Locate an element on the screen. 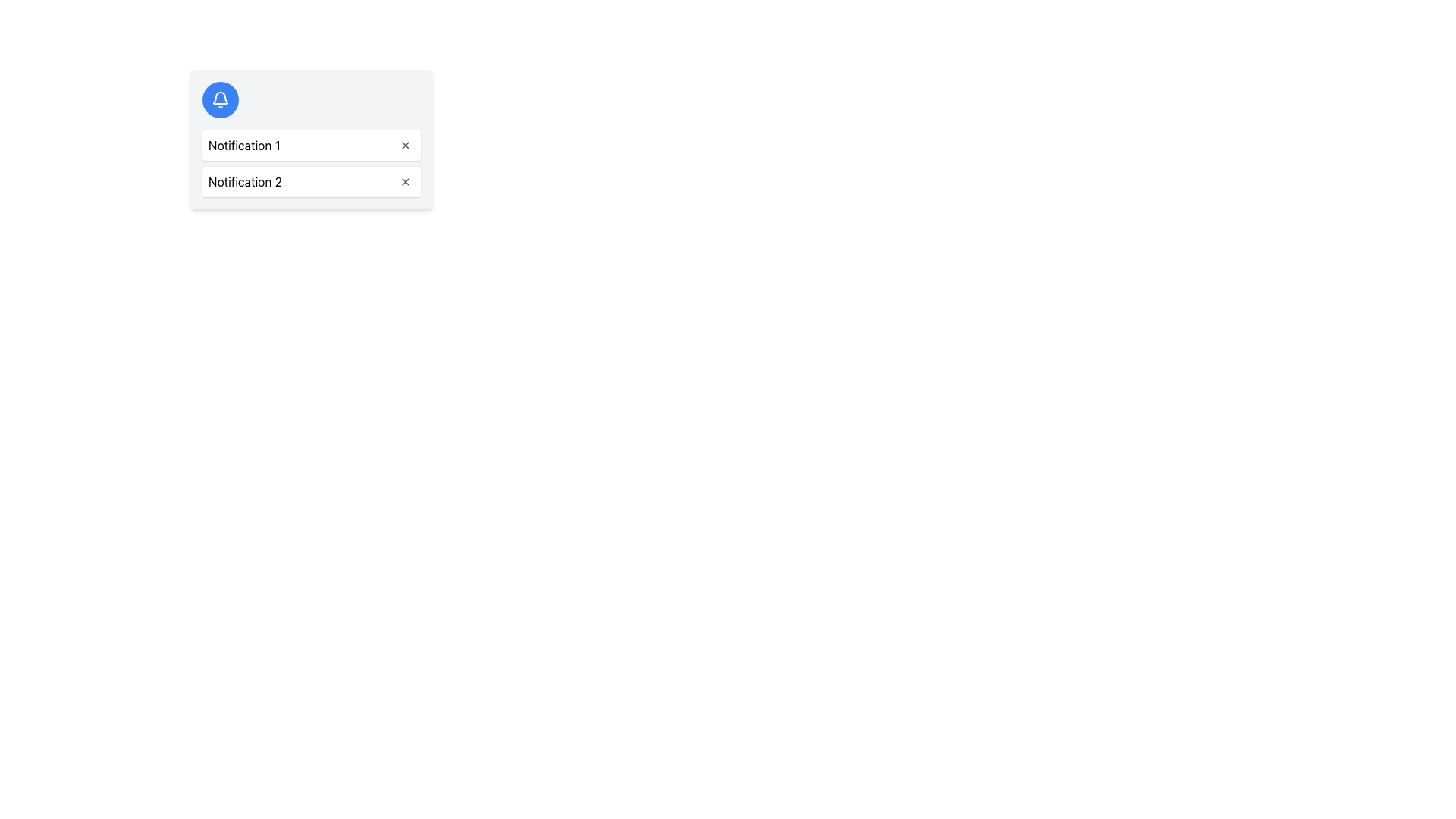 The image size is (1456, 819). text content of the notification label located below 'Notification 1' in the lower section of the notification area is located at coordinates (245, 180).